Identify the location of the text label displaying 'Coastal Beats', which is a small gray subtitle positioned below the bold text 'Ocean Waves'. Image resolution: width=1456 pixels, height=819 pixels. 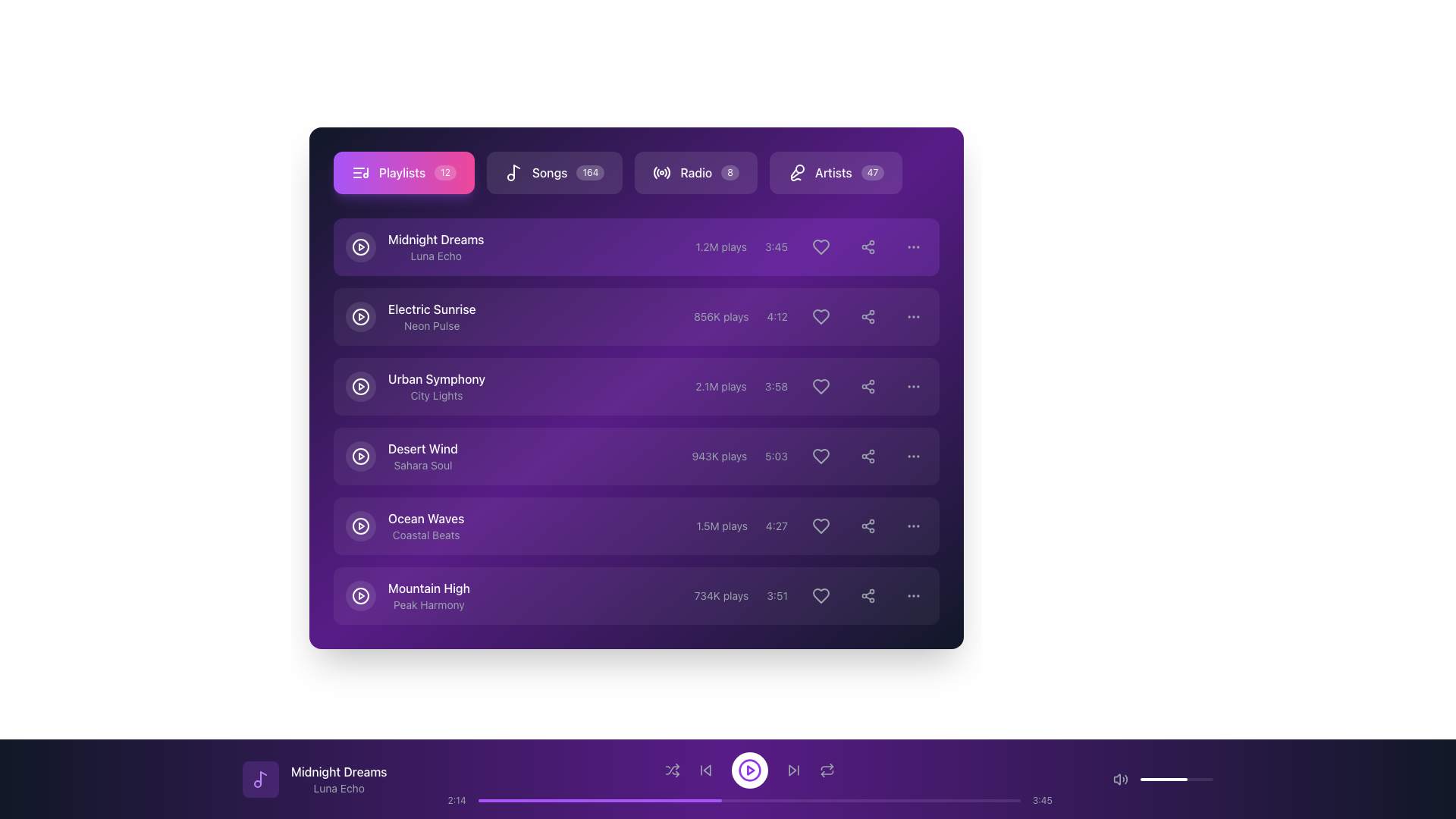
(425, 534).